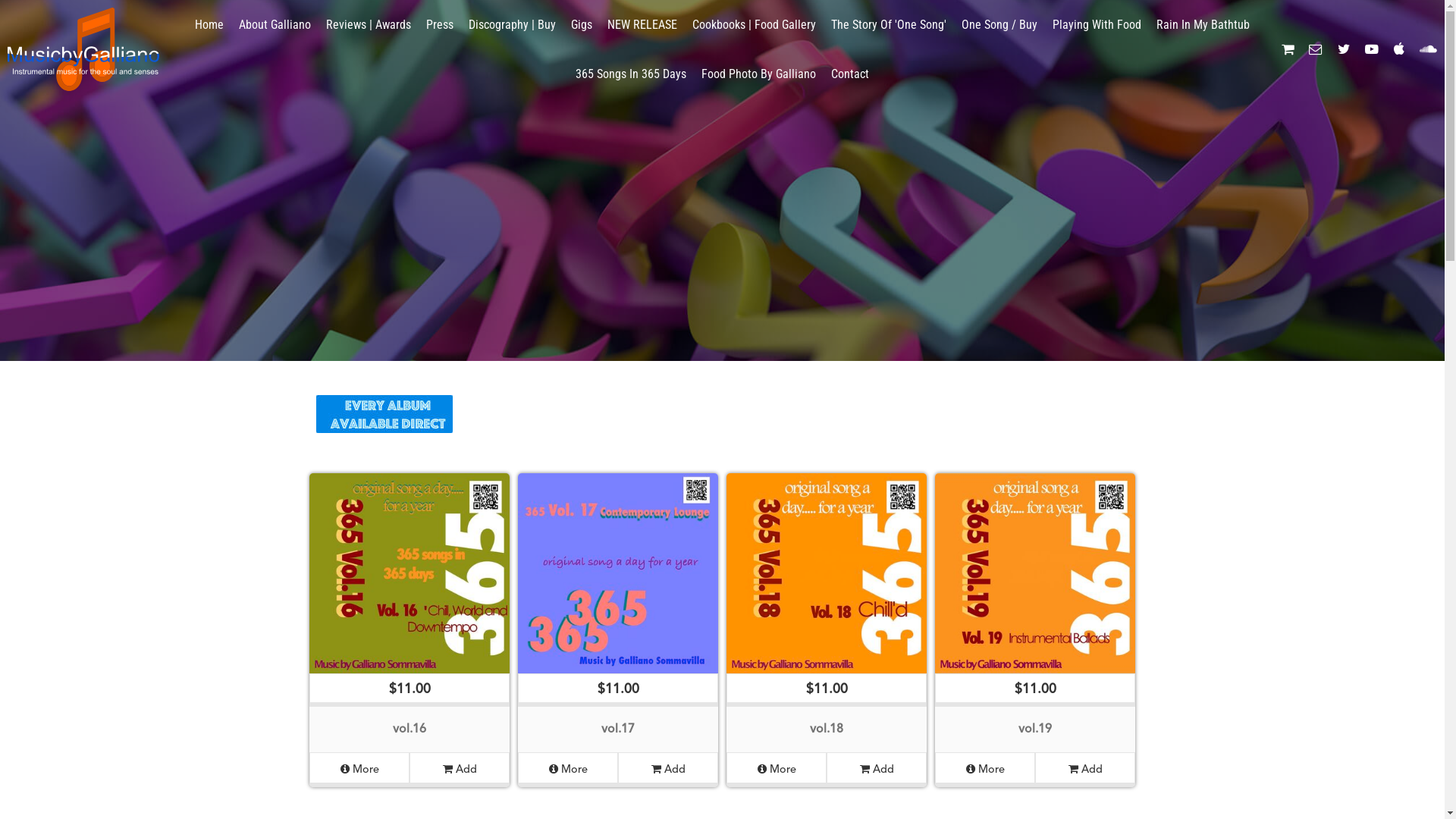 This screenshot has width=1456, height=819. Describe the element at coordinates (758, 74) in the screenshot. I see `'Food Photo By Galliano'` at that location.